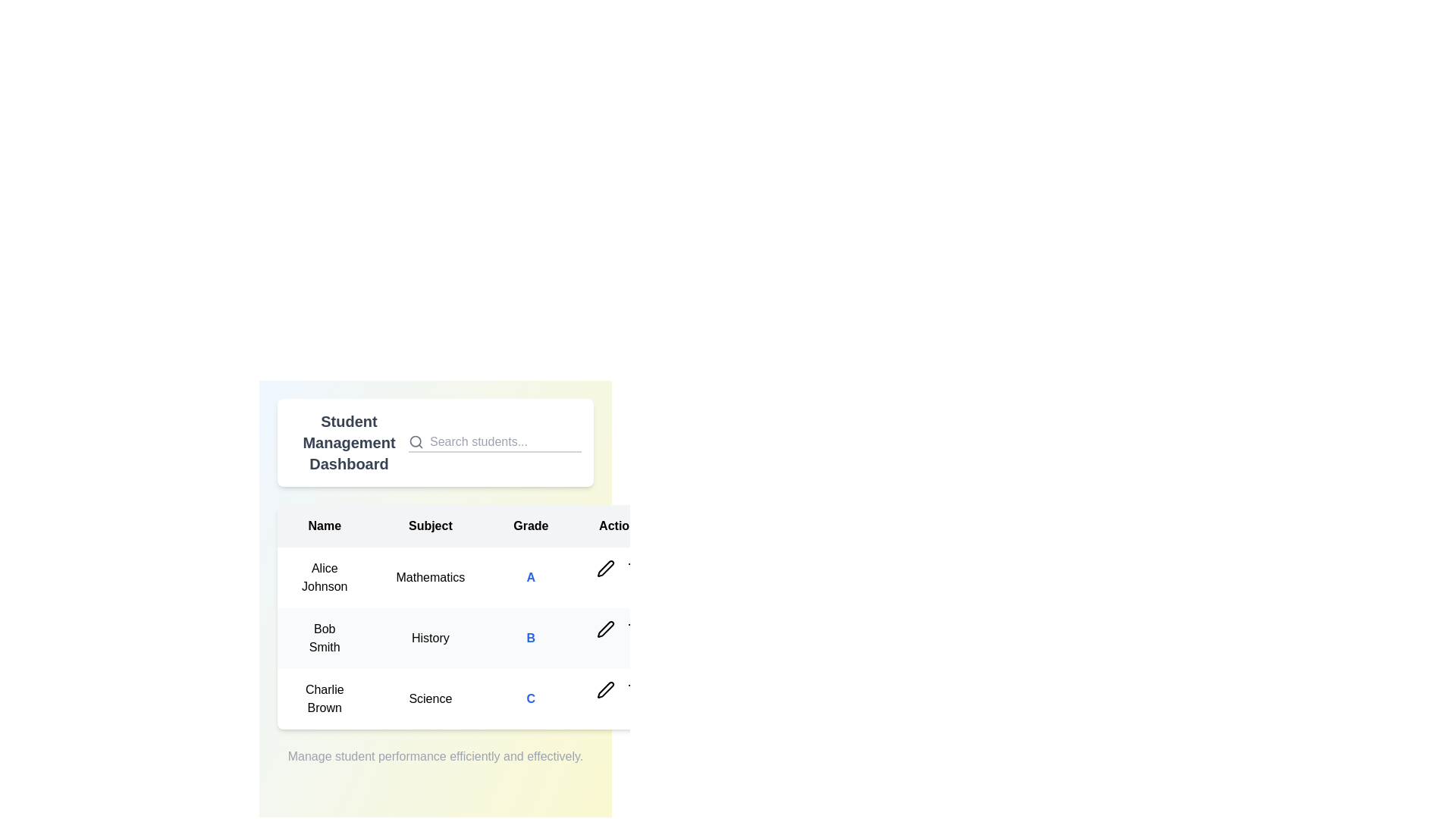  What do you see at coordinates (435, 617) in the screenshot?
I see `text within any cell of the student information data table located centrally below the search bar` at bounding box center [435, 617].